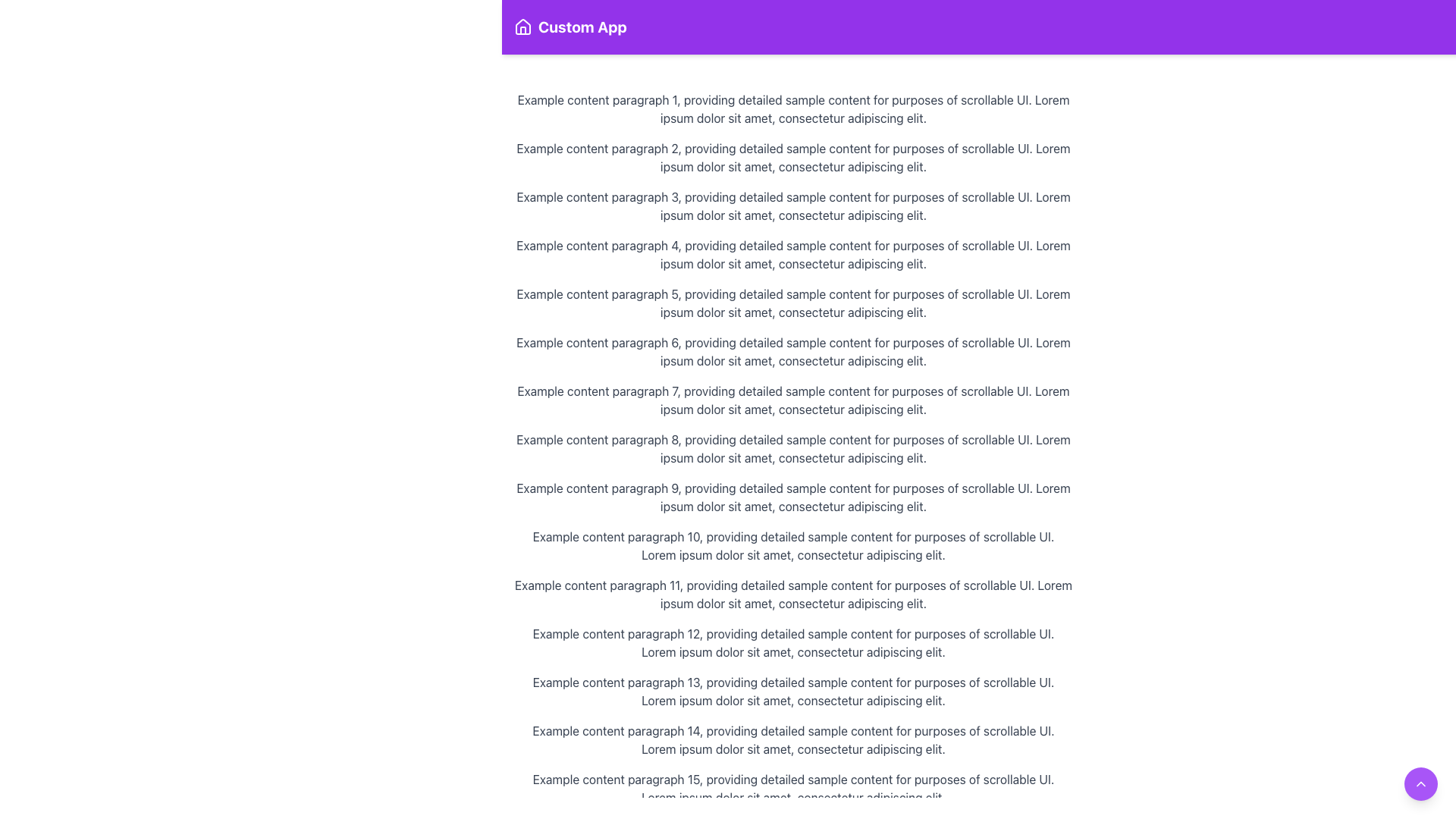 The image size is (1456, 819). What do you see at coordinates (792, 643) in the screenshot?
I see `the text display element, which is the 12th paragraph containing a light gray font color, aligned to the left, and includes detailed sample content` at bounding box center [792, 643].